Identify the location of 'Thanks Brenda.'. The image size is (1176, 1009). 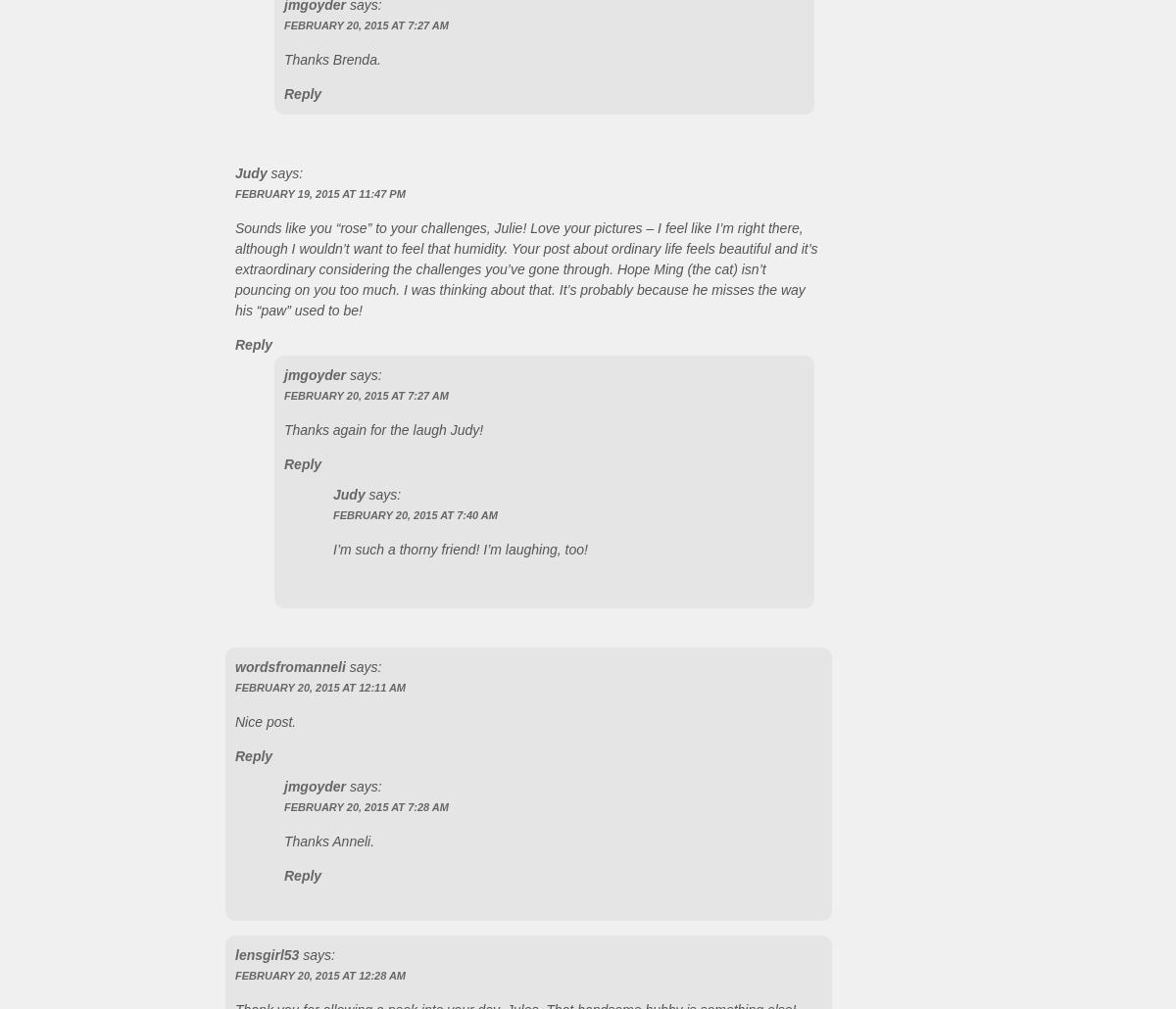
(331, 59).